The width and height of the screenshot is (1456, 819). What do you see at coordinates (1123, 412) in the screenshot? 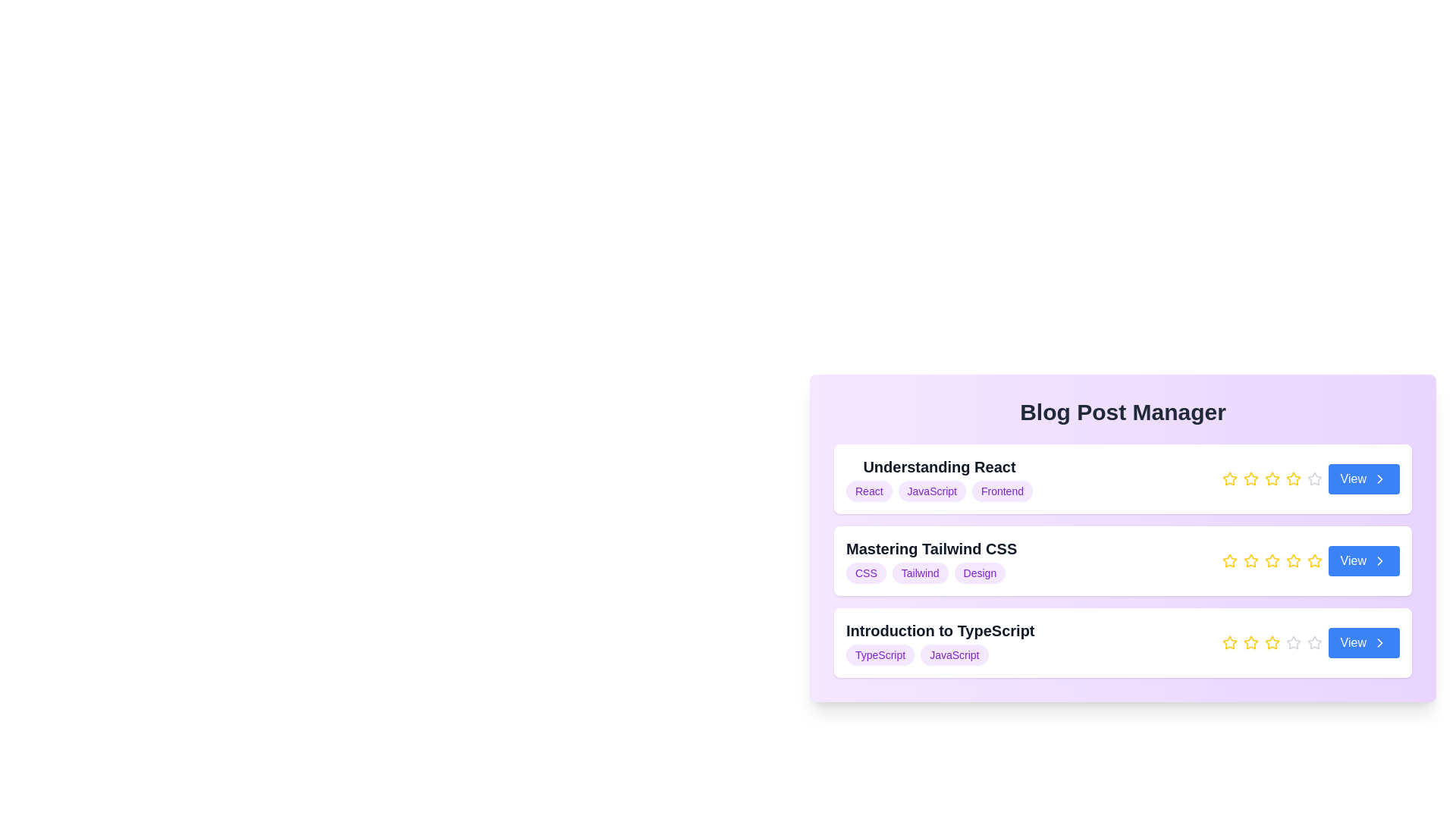
I see `the bold, large-sized text label that reads 'Blog Post Manager' at the top of the card interface with a gradient purple background` at bounding box center [1123, 412].